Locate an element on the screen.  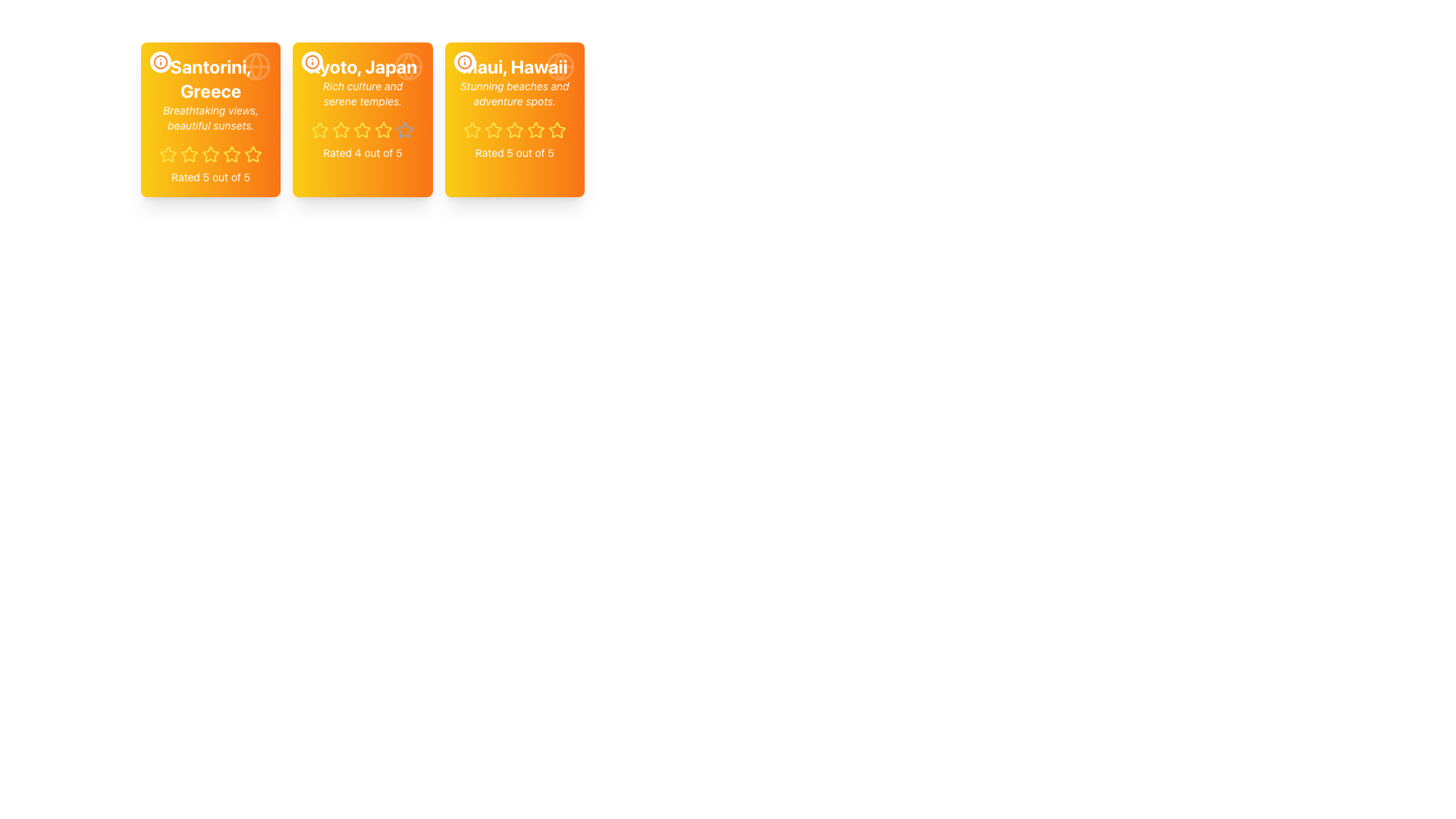
the circular informational icon within the card detailing 'Maui, Hawaii' is located at coordinates (463, 61).